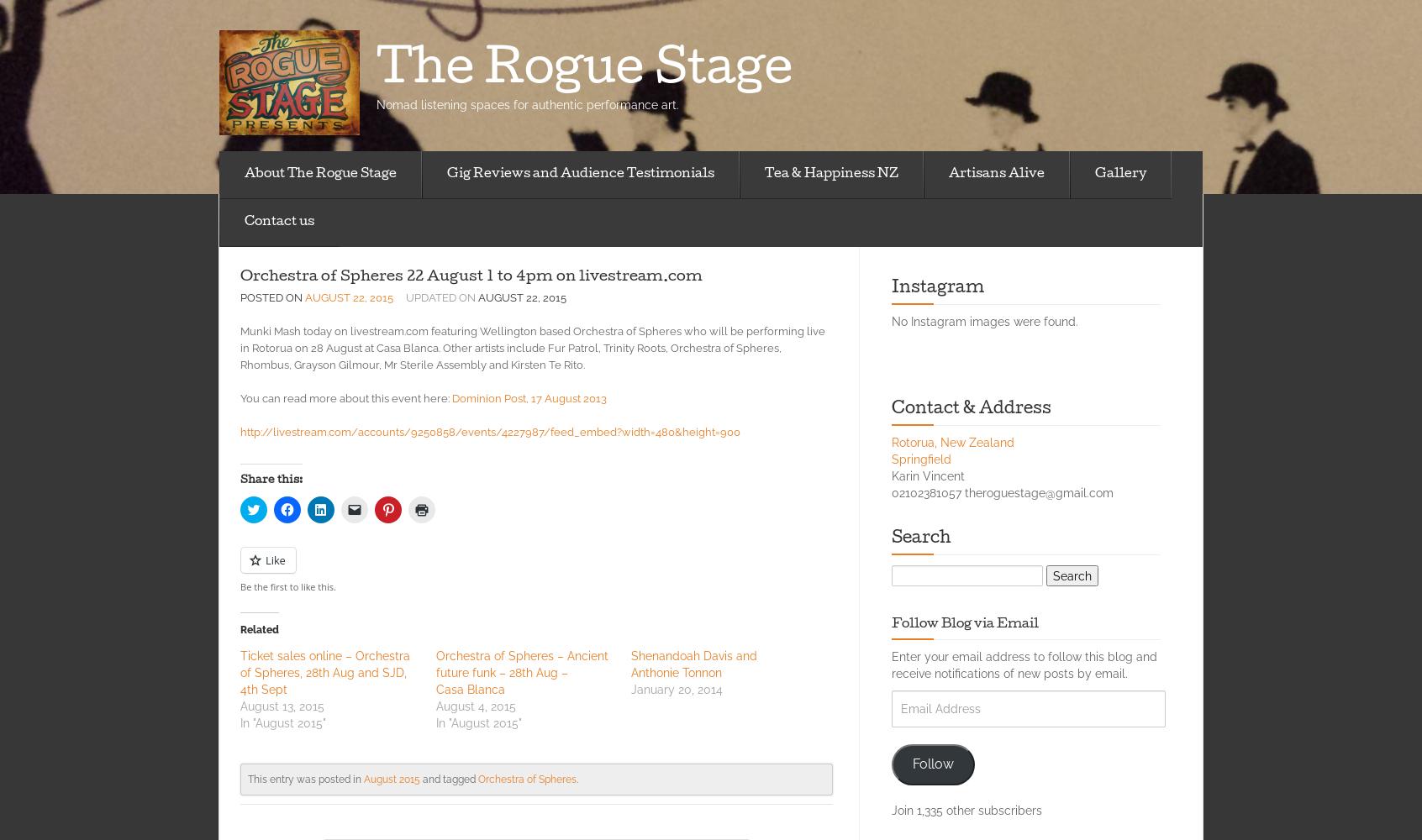 The image size is (1422, 840). What do you see at coordinates (1119, 174) in the screenshot?
I see `'Gallery'` at bounding box center [1119, 174].